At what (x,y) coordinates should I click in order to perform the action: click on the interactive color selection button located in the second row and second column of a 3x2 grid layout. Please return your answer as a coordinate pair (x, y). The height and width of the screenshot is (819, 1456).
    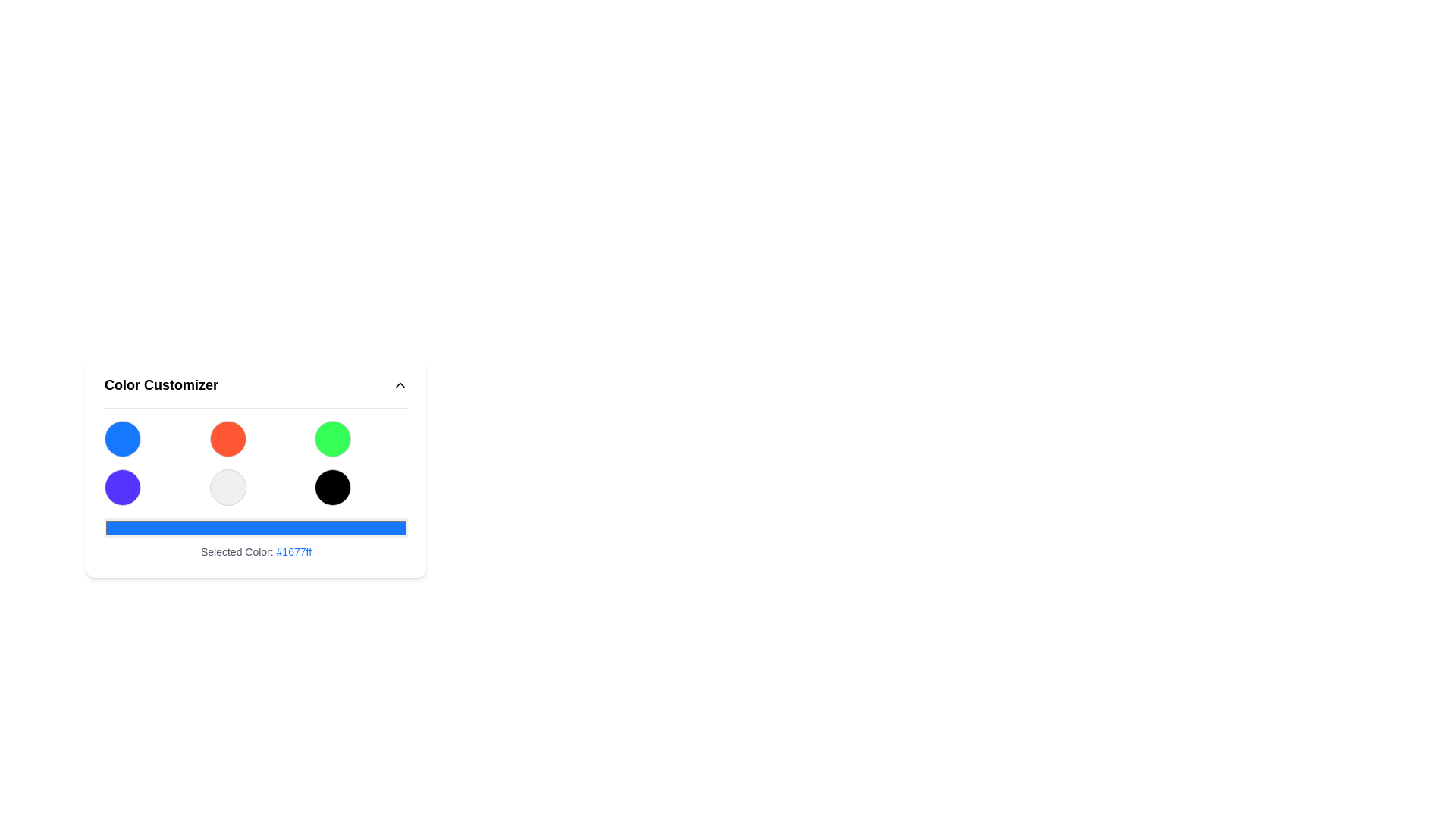
    Looking at the image, I should click on (227, 488).